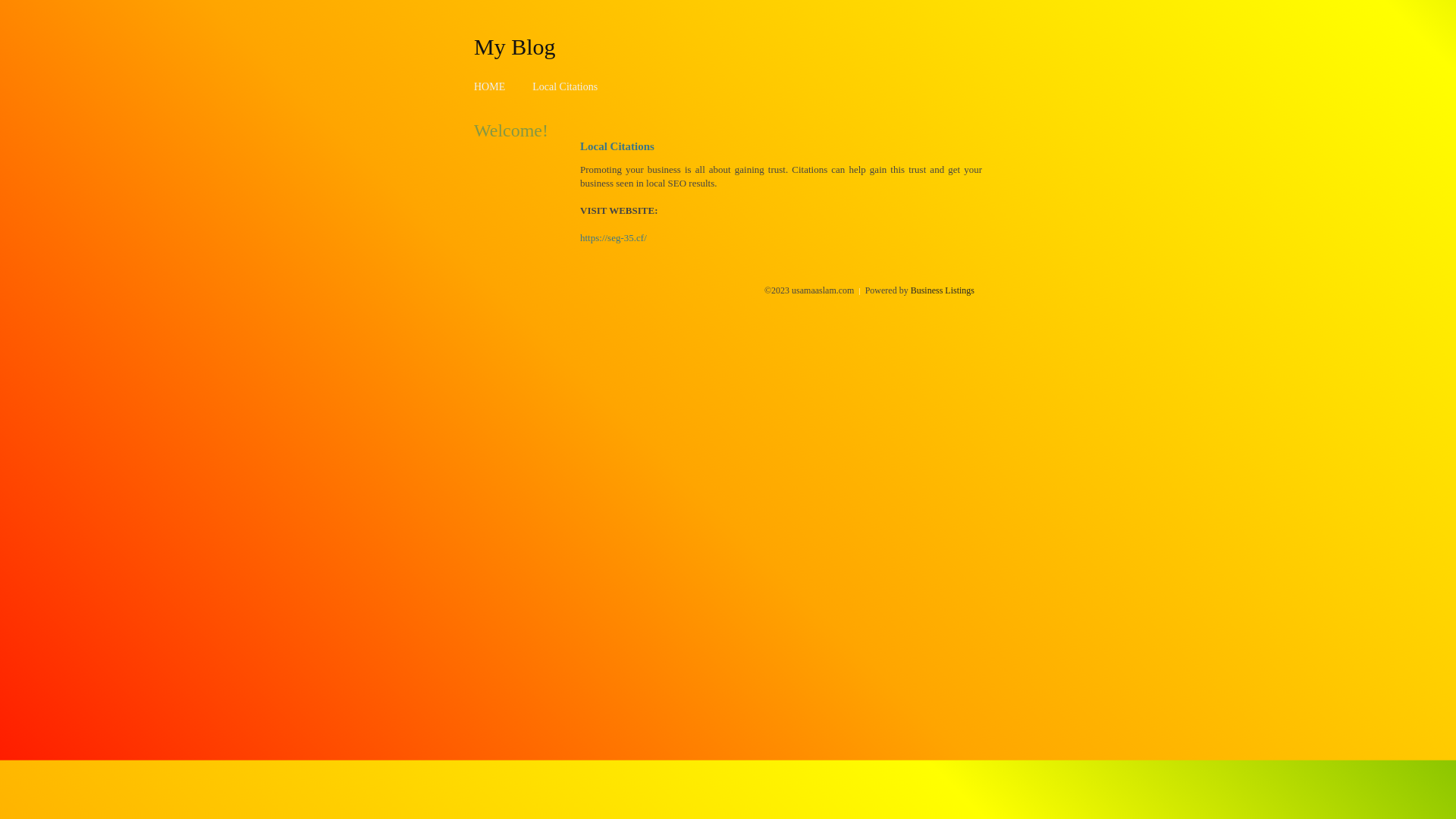  I want to click on 'https://seg-35.cf/', so click(613, 237).